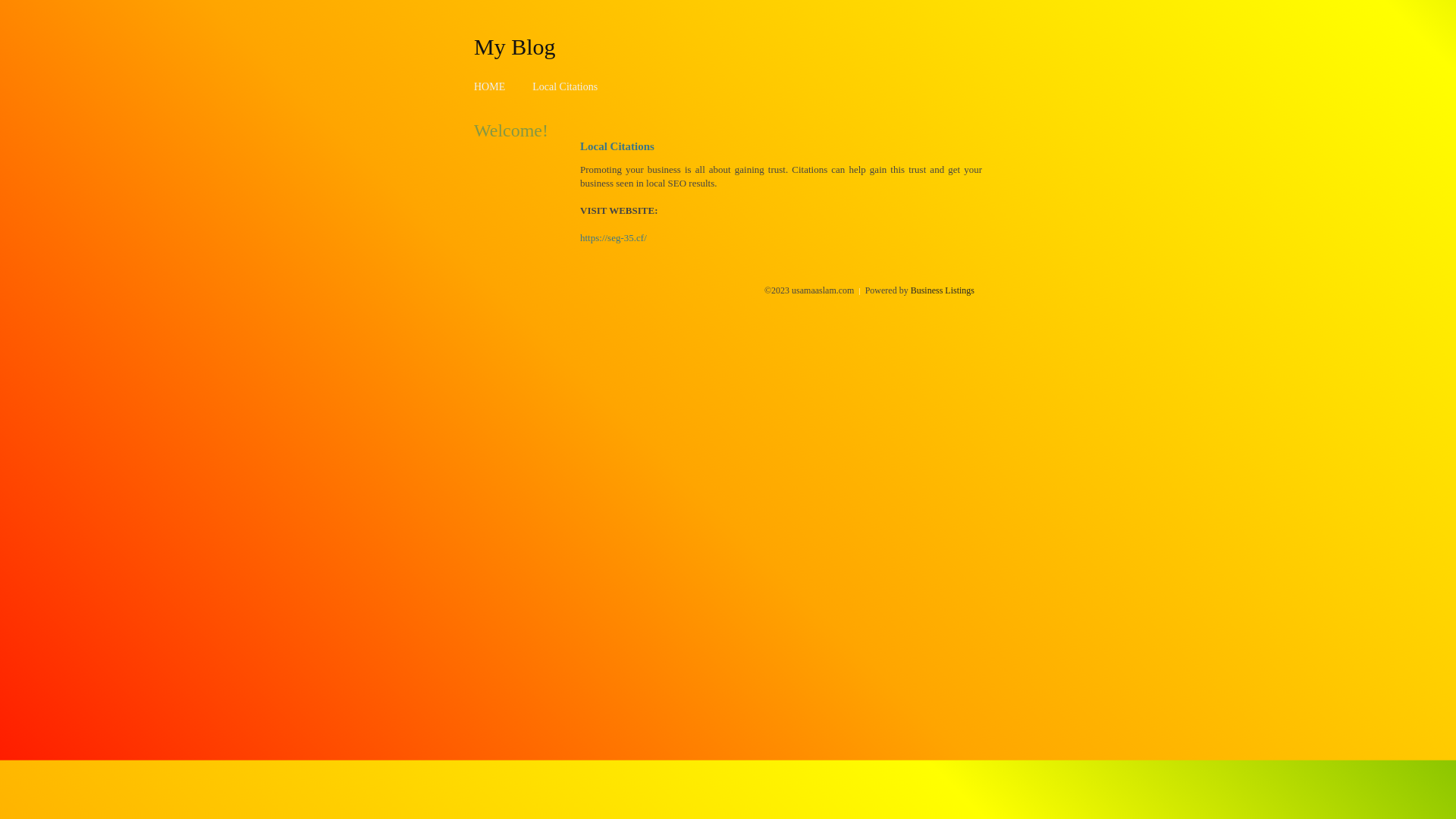  I want to click on 'https://seg-35.cf/', so click(613, 237).